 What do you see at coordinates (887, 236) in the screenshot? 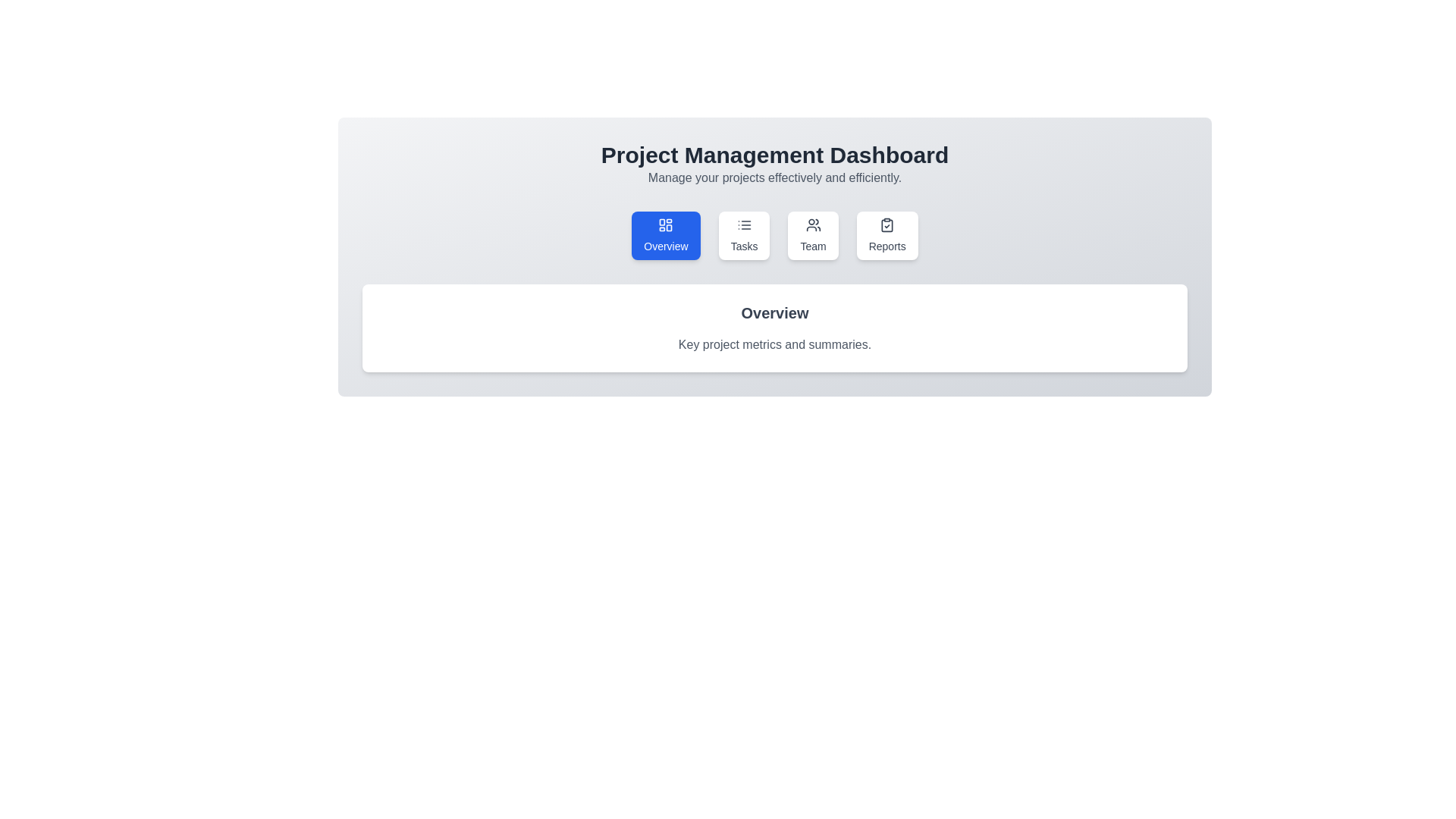
I see `the tab labeled Reports to view its content` at bounding box center [887, 236].